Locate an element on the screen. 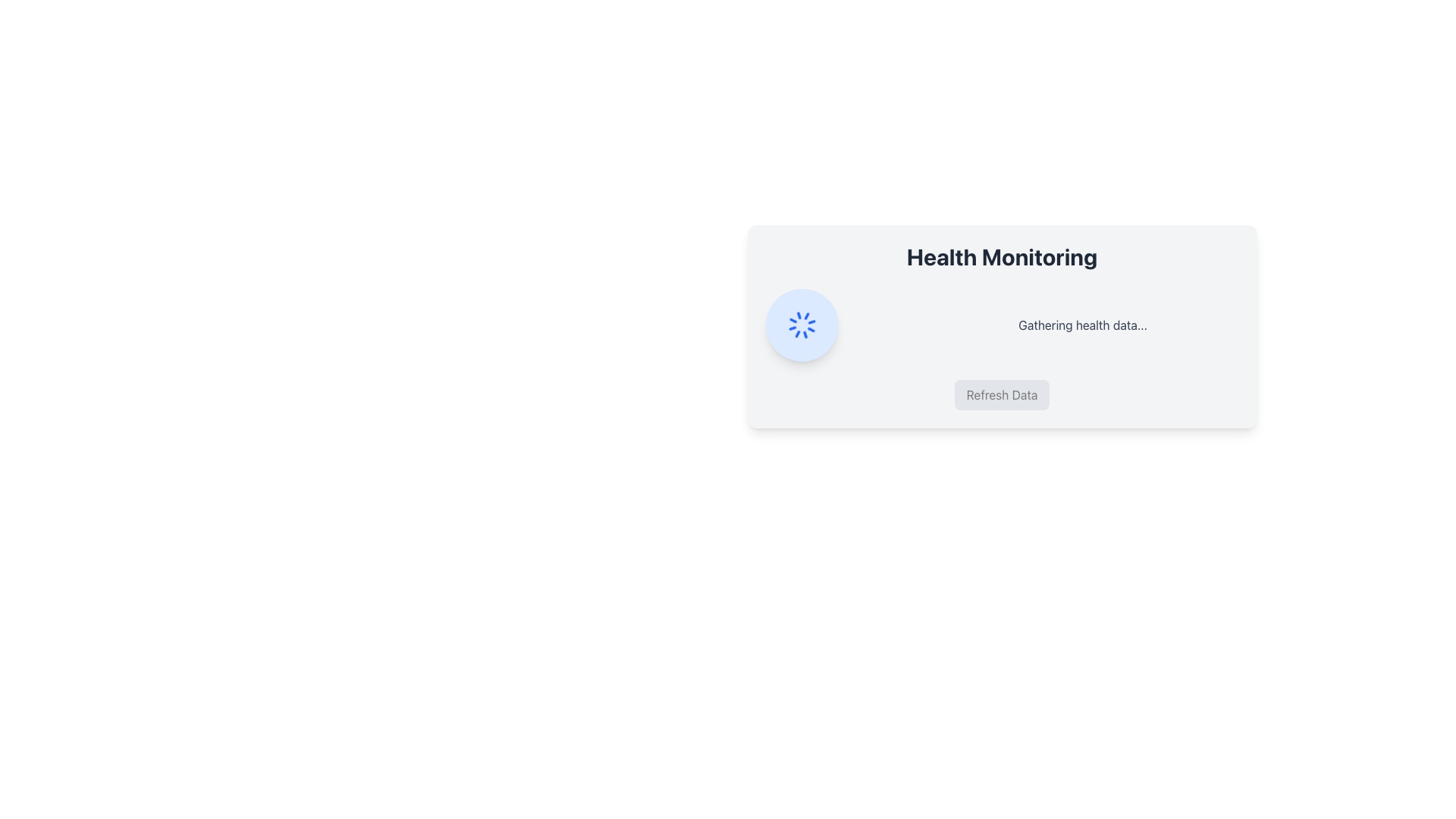  the 'Refresh Data' button located at the bottom-right of the 'Health Monitoring' card to refresh data is located at coordinates (1002, 394).